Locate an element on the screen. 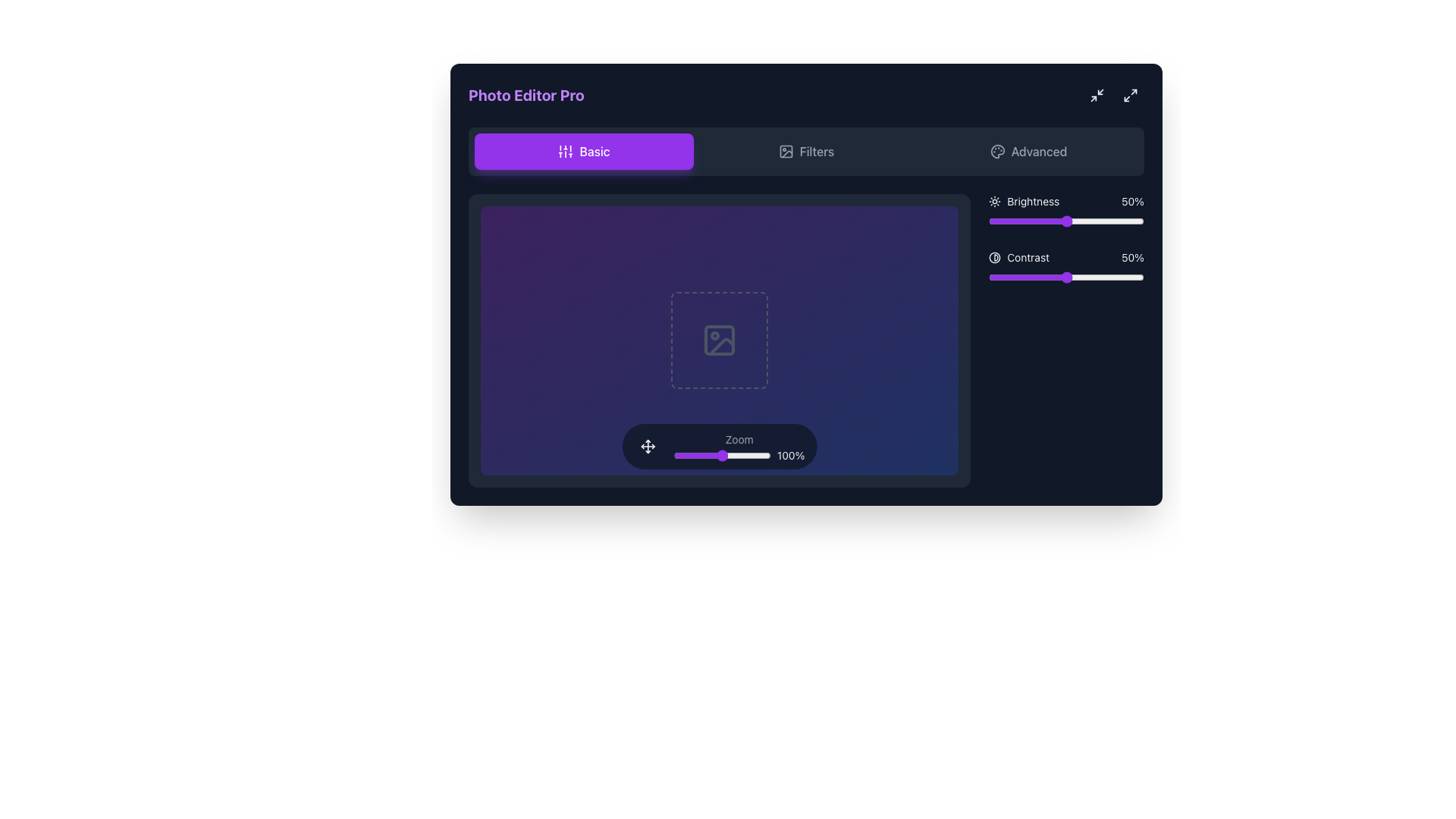 The width and height of the screenshot is (1456, 819). the 'Filters' button which contains the photo frame icon with a circular detail, located in the top navigation bar is located at coordinates (786, 152).